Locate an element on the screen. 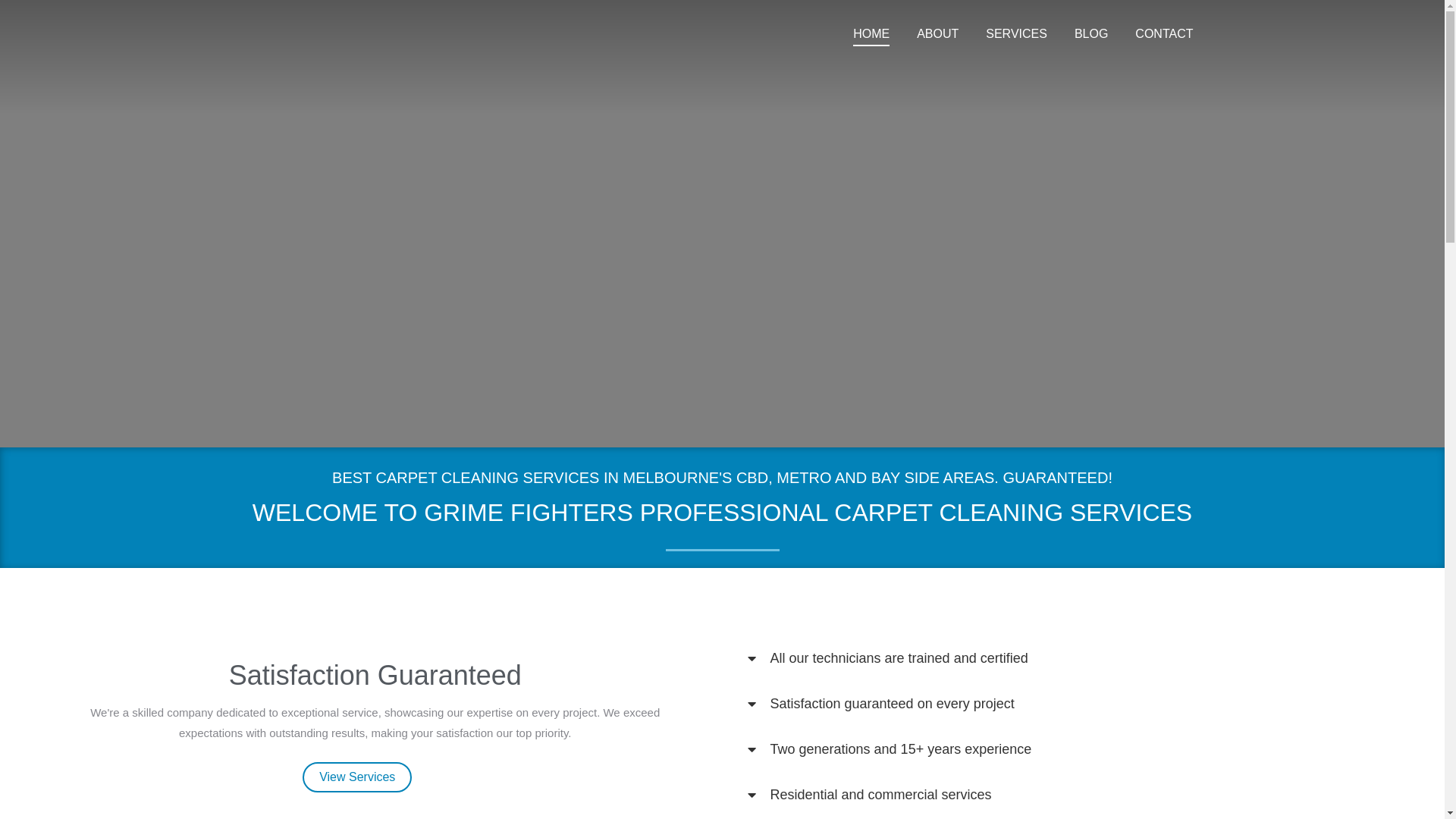 The width and height of the screenshot is (1456, 819). 'SERVICES' is located at coordinates (1016, 34).